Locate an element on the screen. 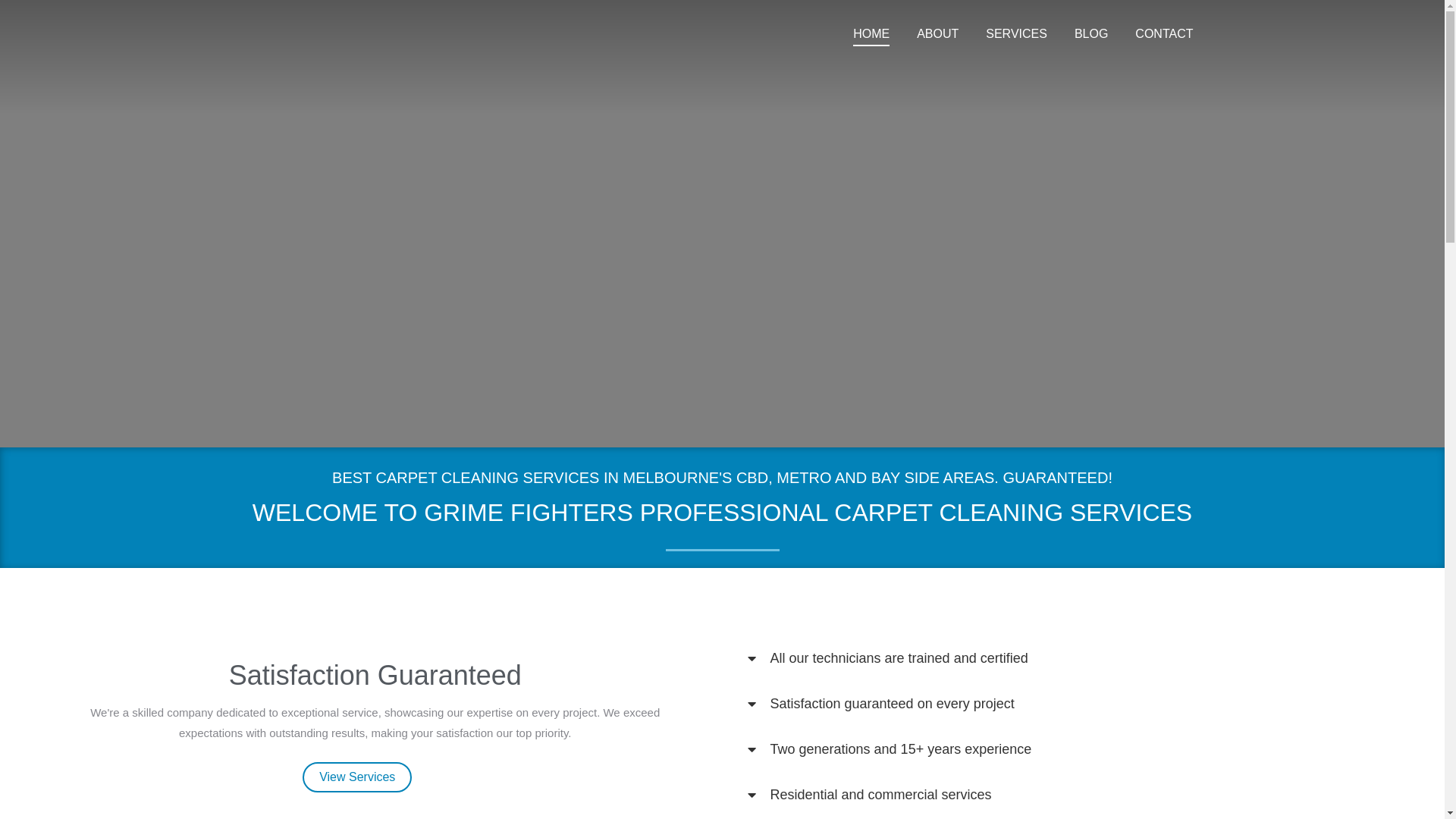 The width and height of the screenshot is (1456, 819). 'SERVICES' is located at coordinates (1016, 34).